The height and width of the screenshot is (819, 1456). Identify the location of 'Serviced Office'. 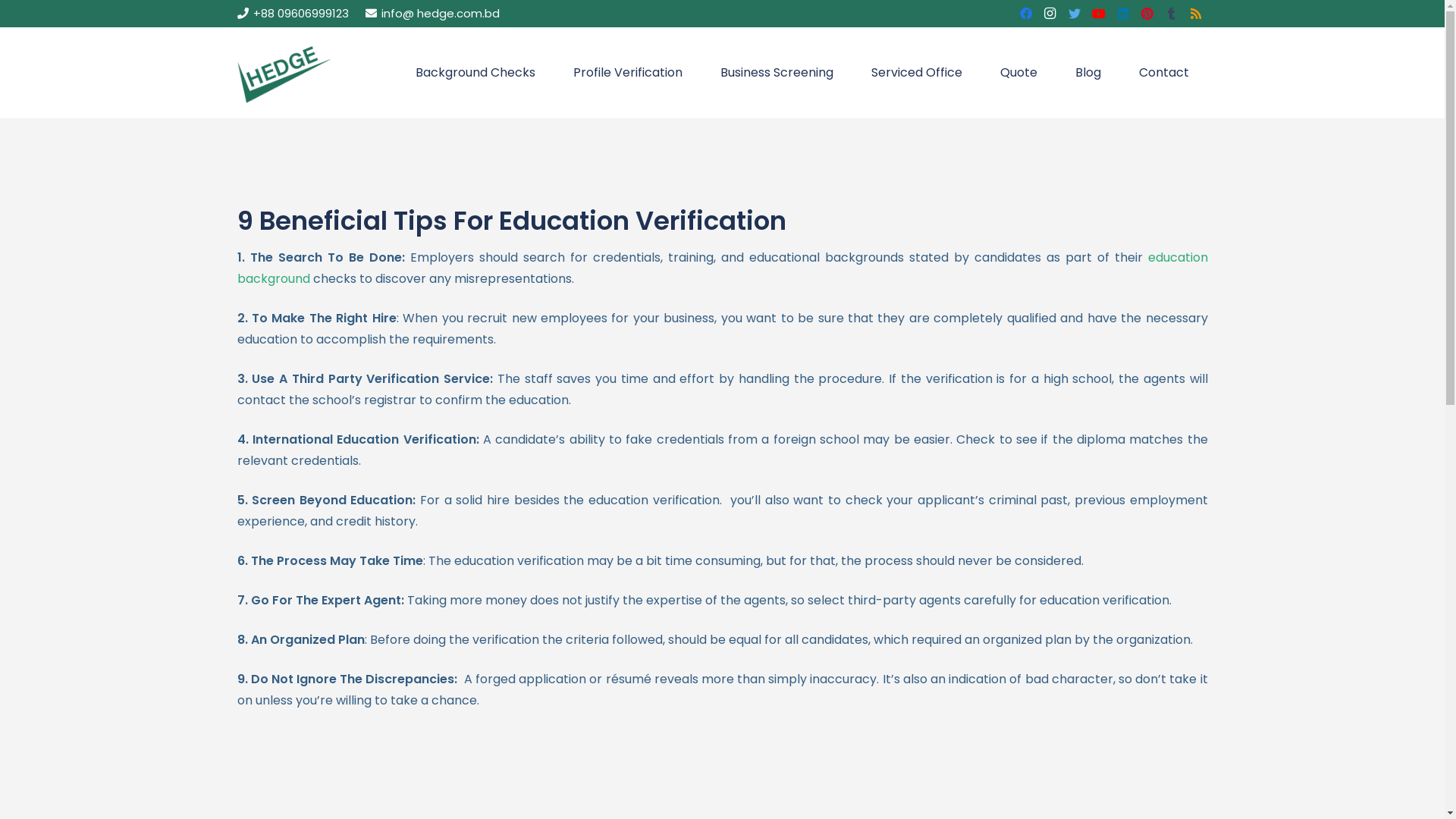
(916, 73).